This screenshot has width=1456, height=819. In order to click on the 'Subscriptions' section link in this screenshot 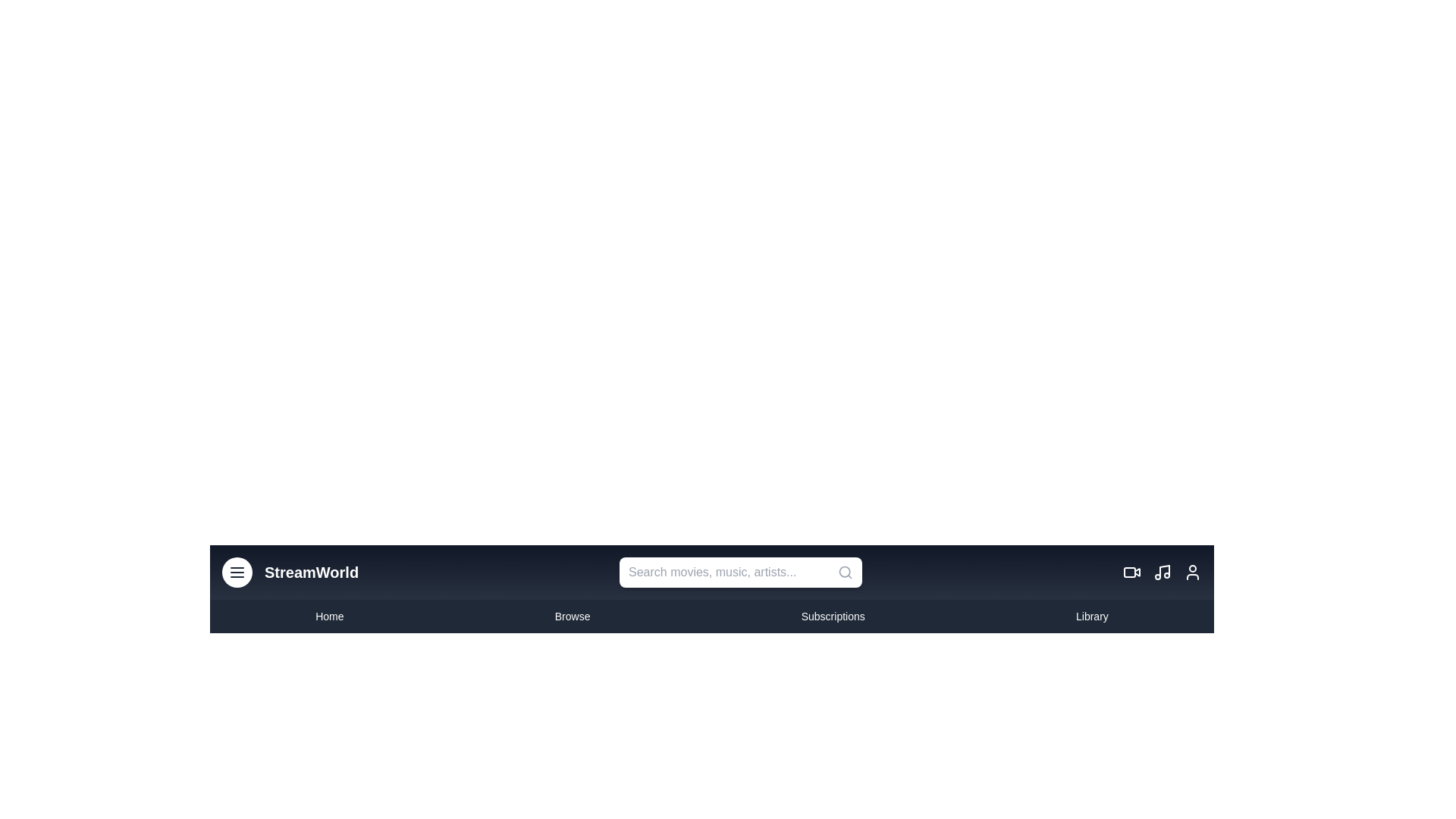, I will do `click(832, 617)`.